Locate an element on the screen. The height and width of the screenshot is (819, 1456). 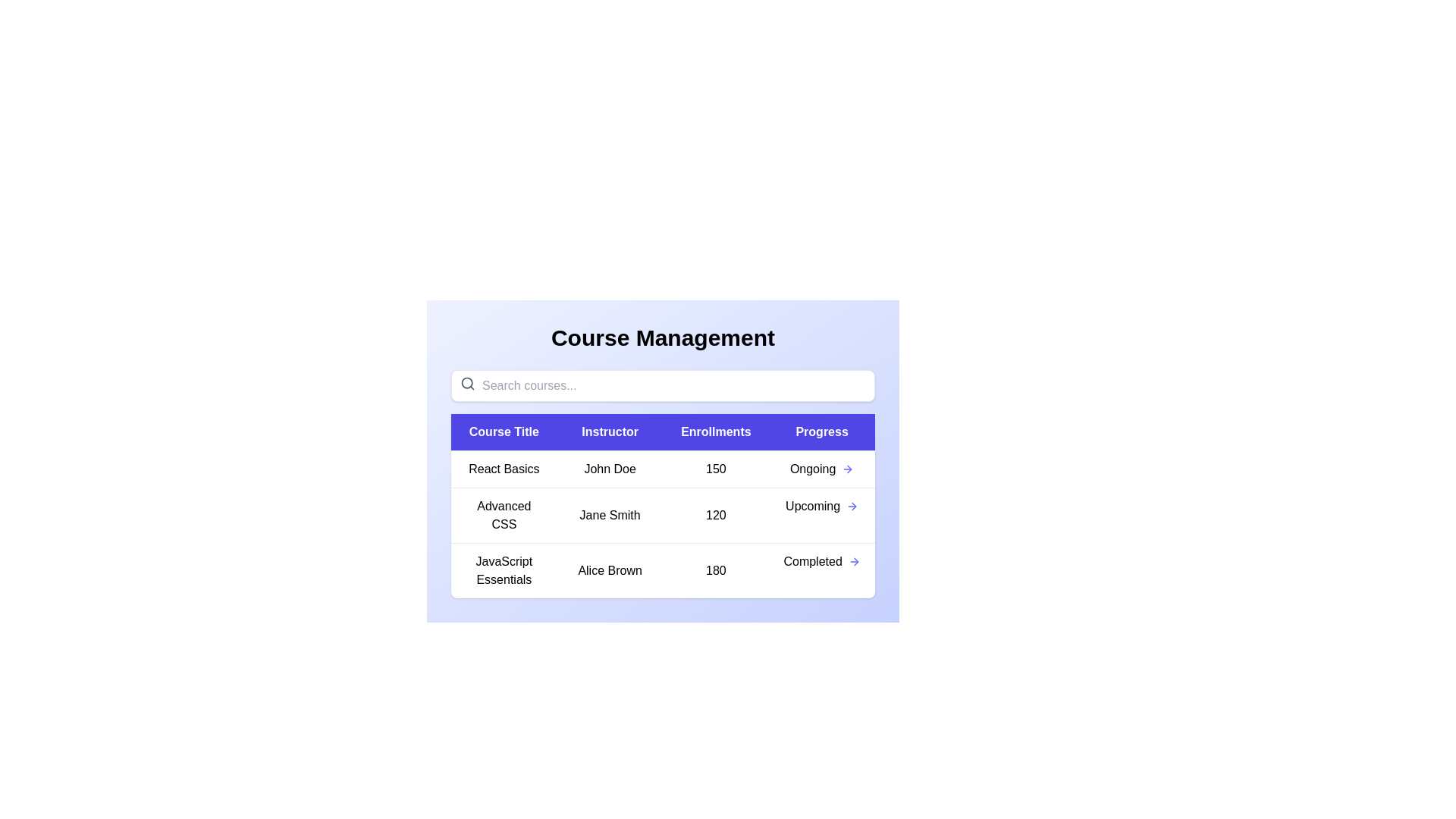
the column header Enrollments to sort or filter the courses is located at coordinates (715, 432).